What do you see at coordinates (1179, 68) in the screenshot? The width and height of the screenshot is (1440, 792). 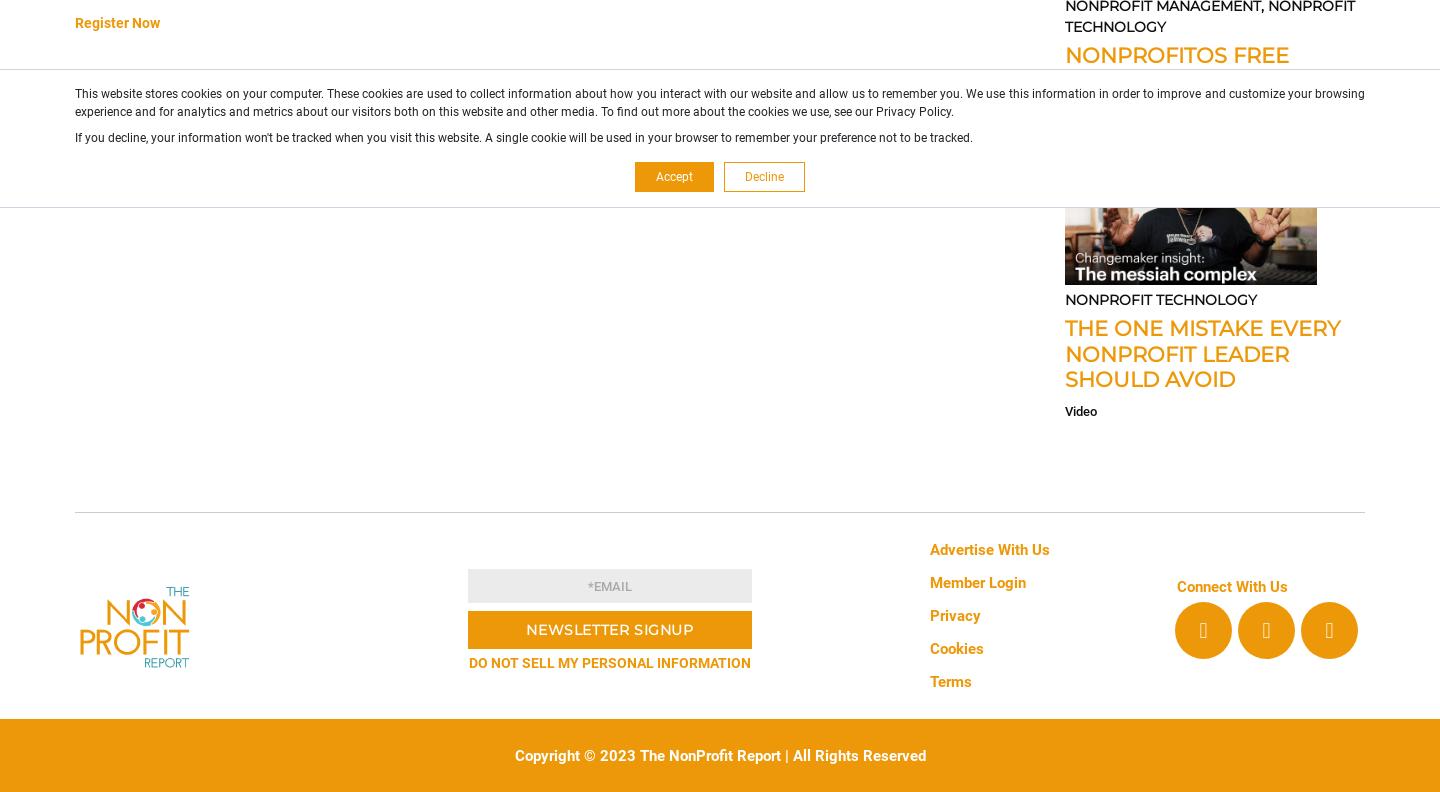 I see `'NonprofitOS Free Chrome Extension'` at bounding box center [1179, 68].